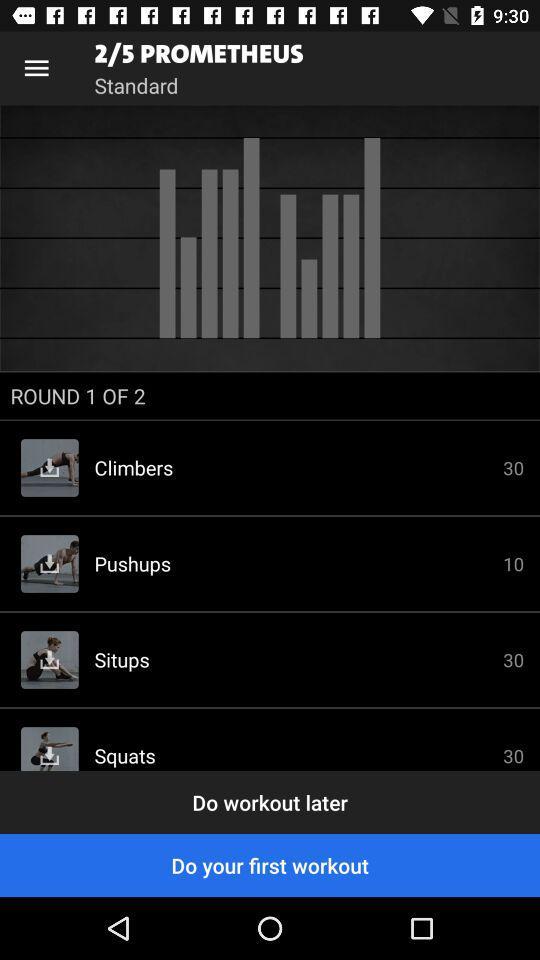 The height and width of the screenshot is (960, 540). Describe the element at coordinates (270, 395) in the screenshot. I see `the icon above the 30 item` at that location.